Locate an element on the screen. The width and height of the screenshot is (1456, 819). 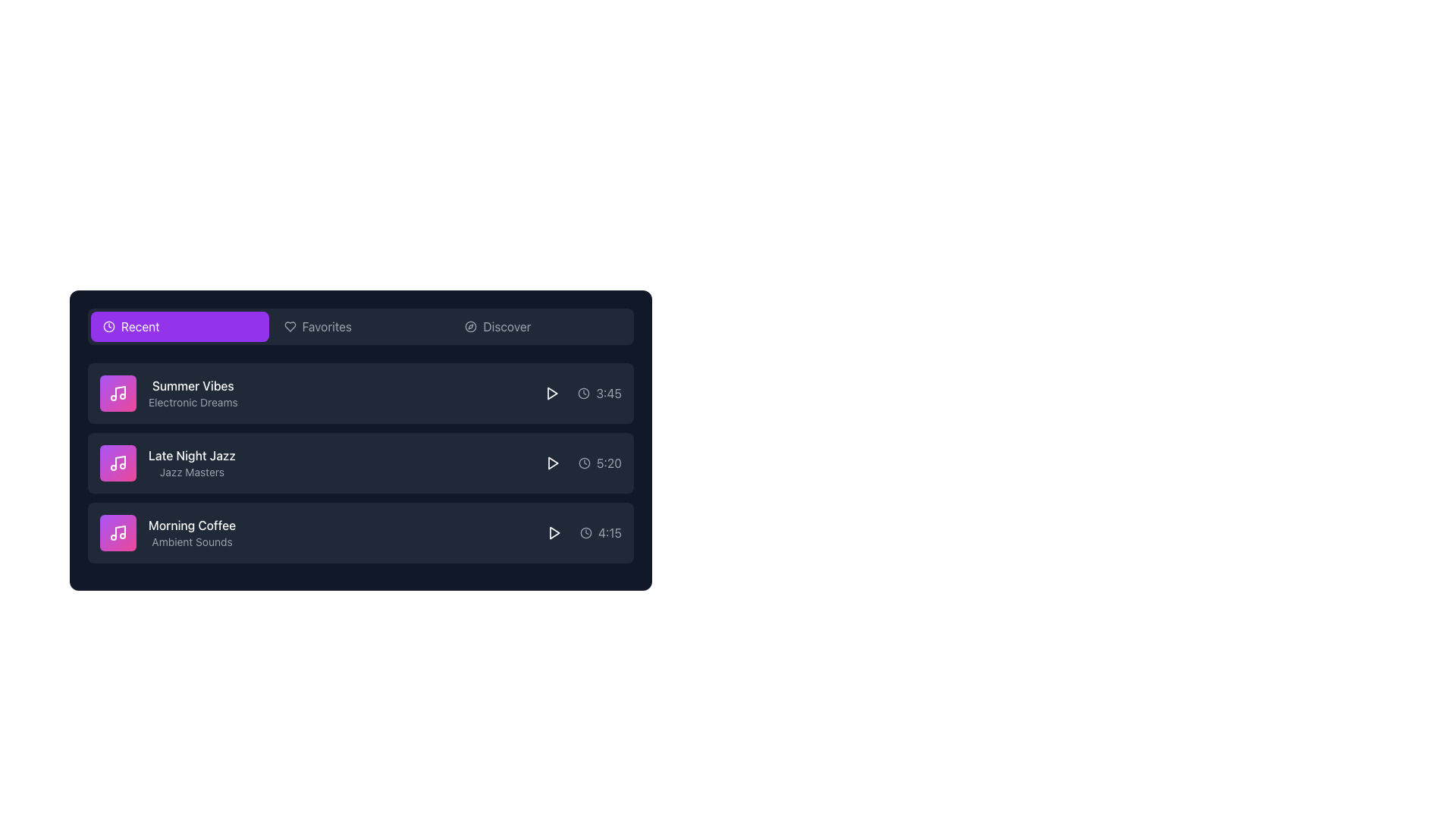
the SVG Circle located at the bottom right corner of the interface, adjacent to the clock icon and the time value '4:15' is located at coordinates (585, 532).